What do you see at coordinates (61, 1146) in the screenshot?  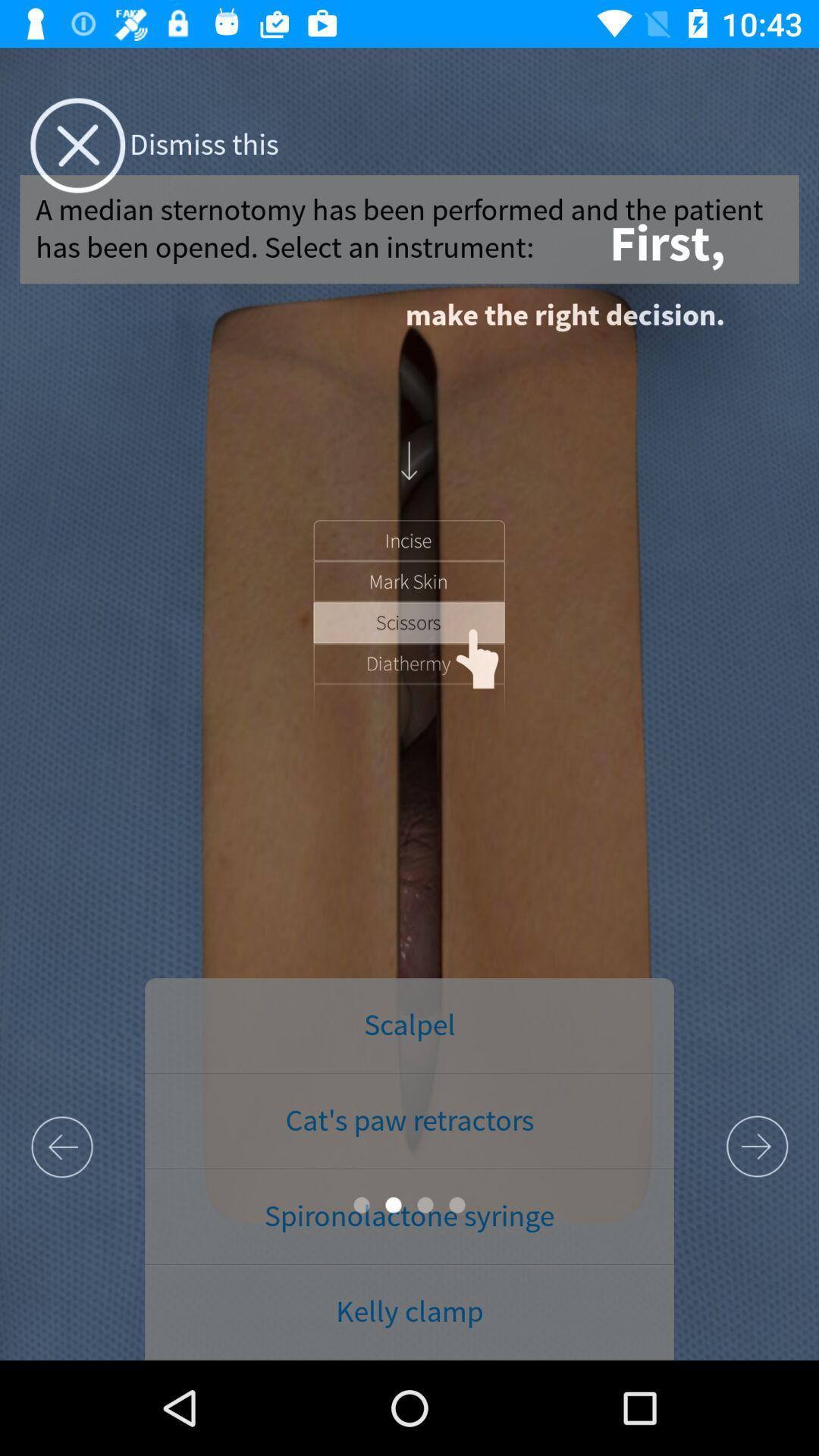 I see `the arrow_backward icon` at bounding box center [61, 1146].